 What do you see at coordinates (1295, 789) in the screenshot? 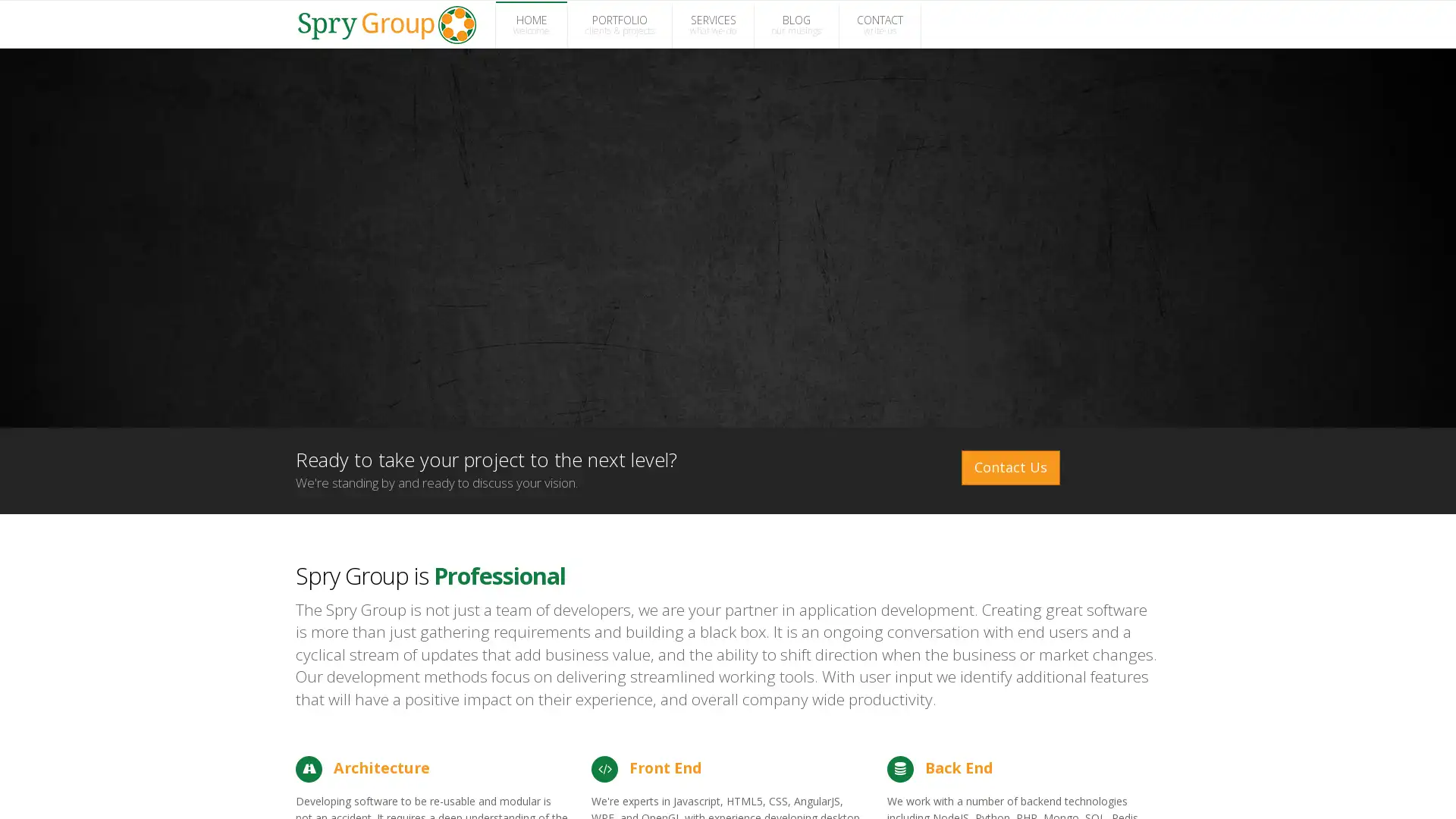
I see `Schedule` at bounding box center [1295, 789].